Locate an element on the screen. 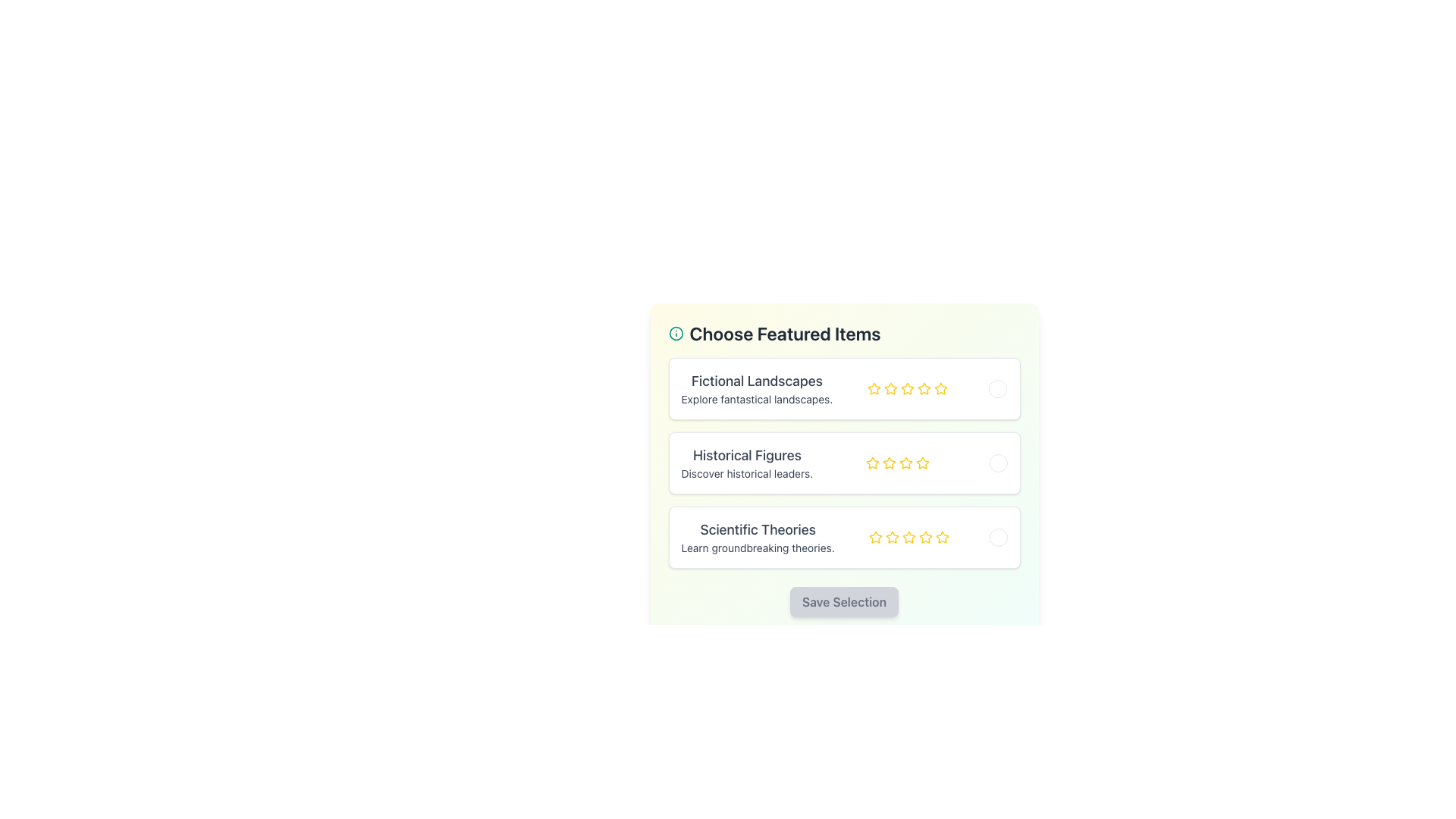  the first star icon in the 'Historical Figures' section of the 'Choose Featured Items' list, which represents the rating level in the rating system is located at coordinates (873, 462).